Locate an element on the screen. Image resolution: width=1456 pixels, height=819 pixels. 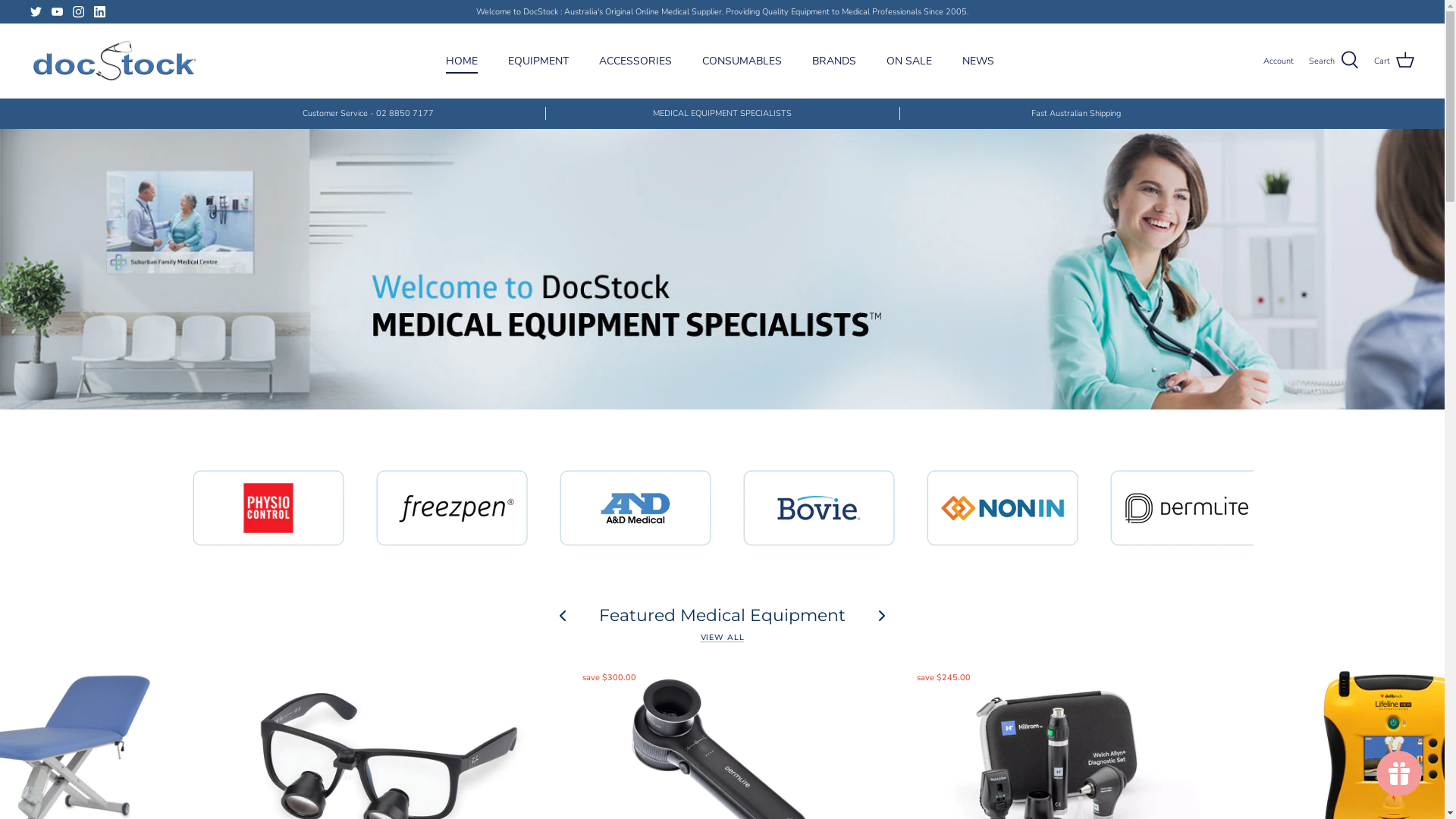
'Featured Medical Equipment' is located at coordinates (721, 615).